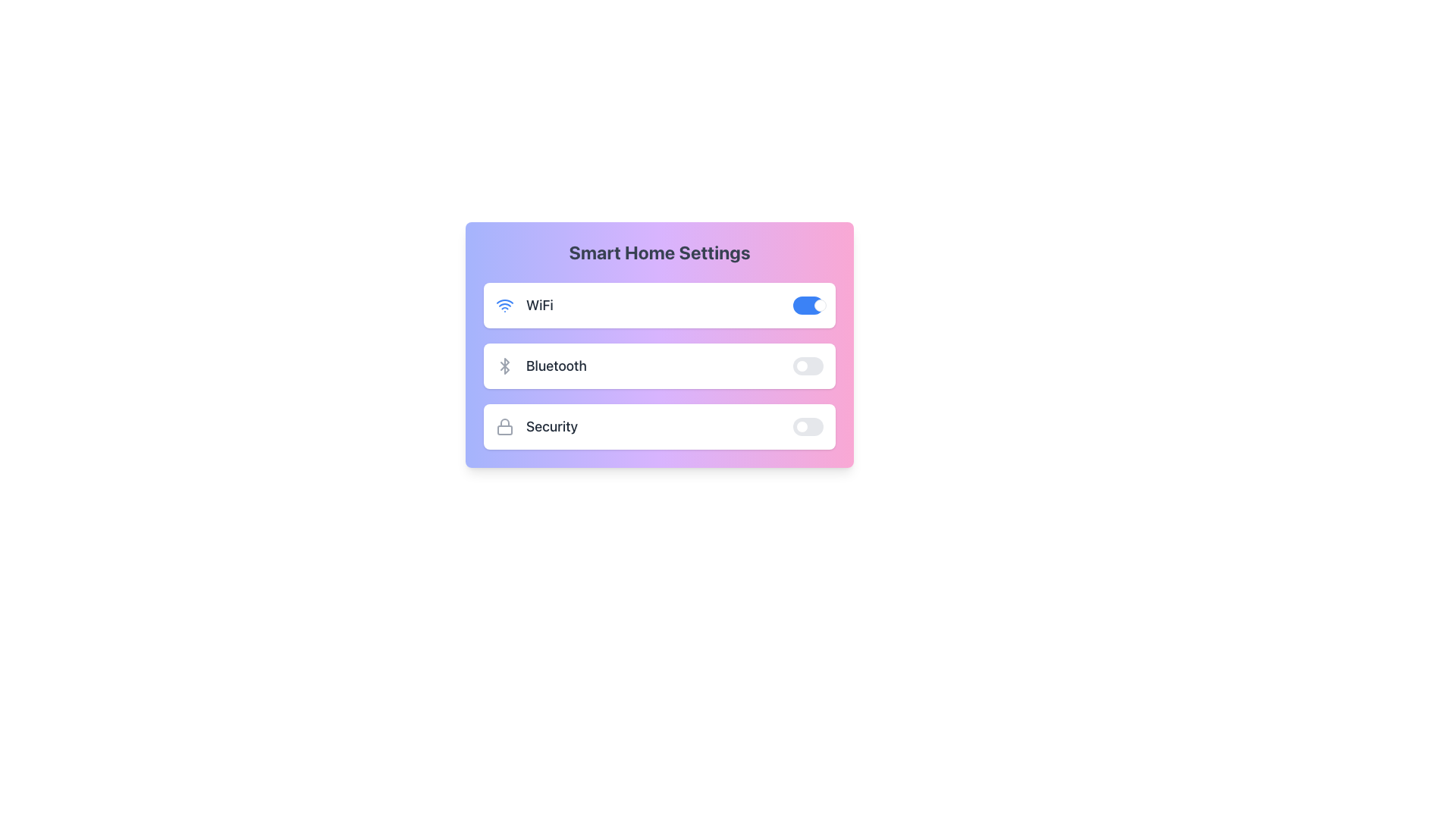 This screenshot has width=1456, height=819. I want to click on the toggle switch knob for the 'Bluetooth' setting in the 'Smart Home Settings' panel, so click(801, 366).